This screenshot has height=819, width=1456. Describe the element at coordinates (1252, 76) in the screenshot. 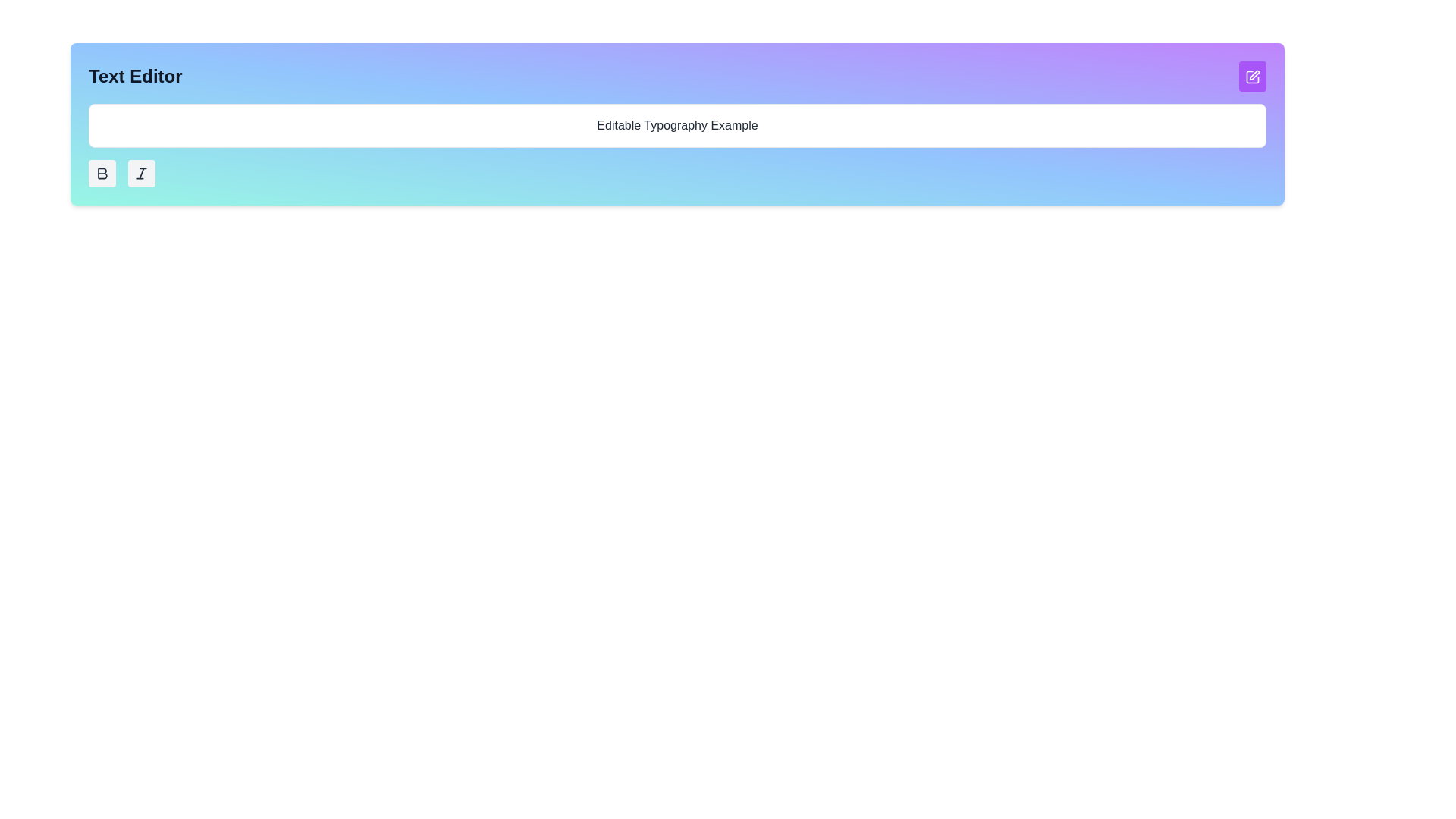

I see `the icon button featuring a pen inside a square with a purple background to initiate editing mode` at that location.